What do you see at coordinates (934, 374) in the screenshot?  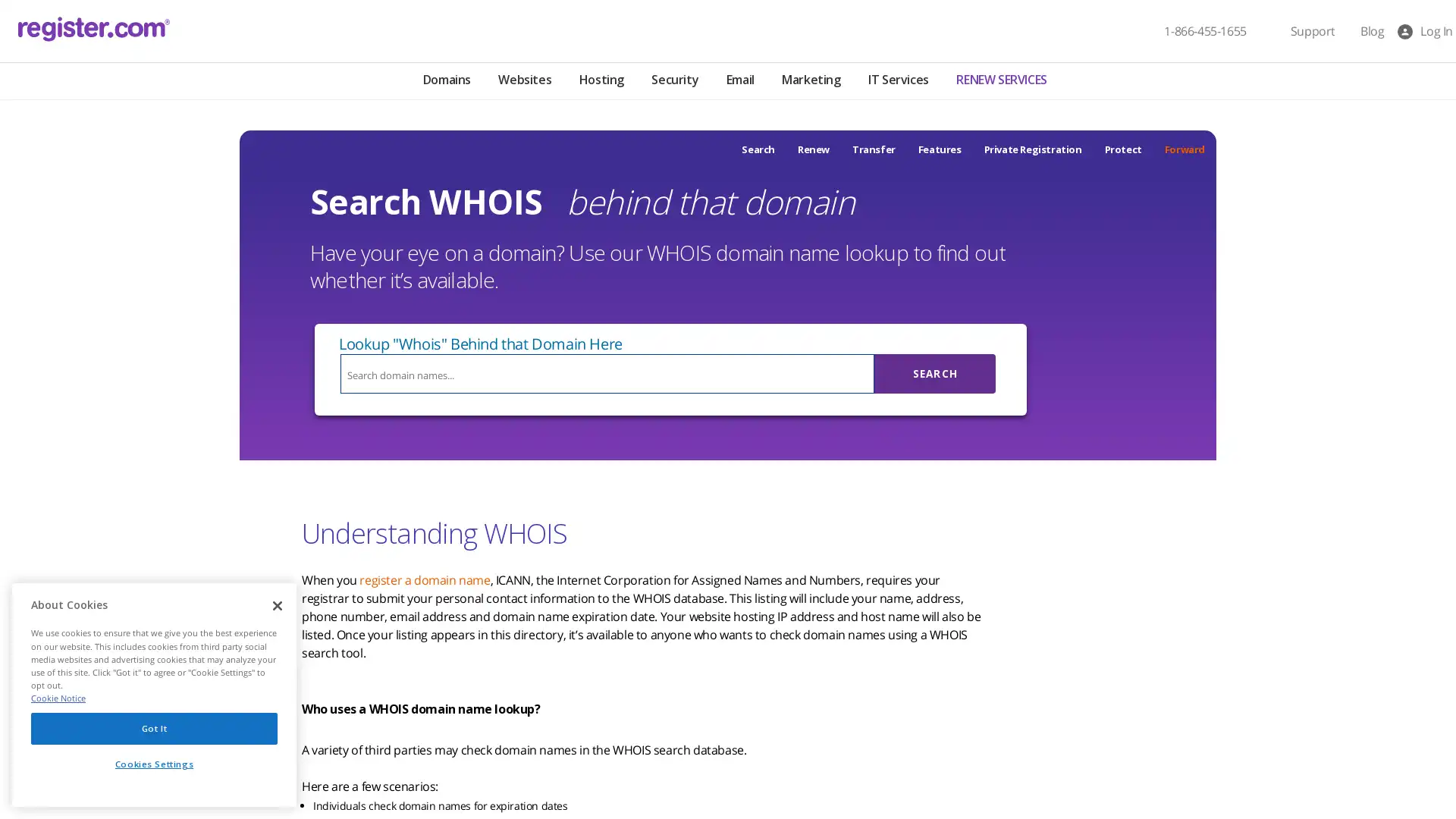 I see `Search` at bounding box center [934, 374].